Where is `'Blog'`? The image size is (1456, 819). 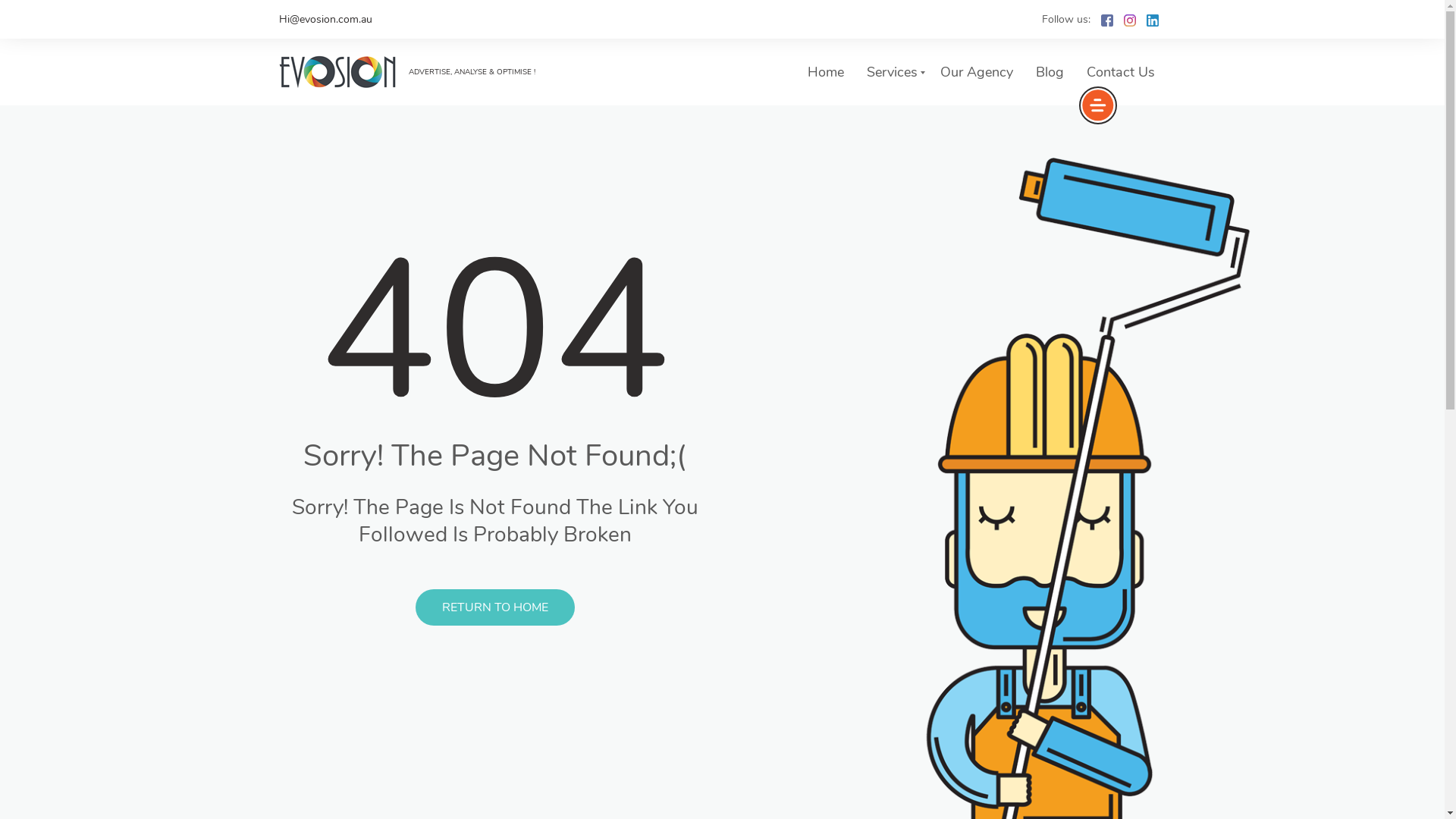
'Blog' is located at coordinates (1049, 72).